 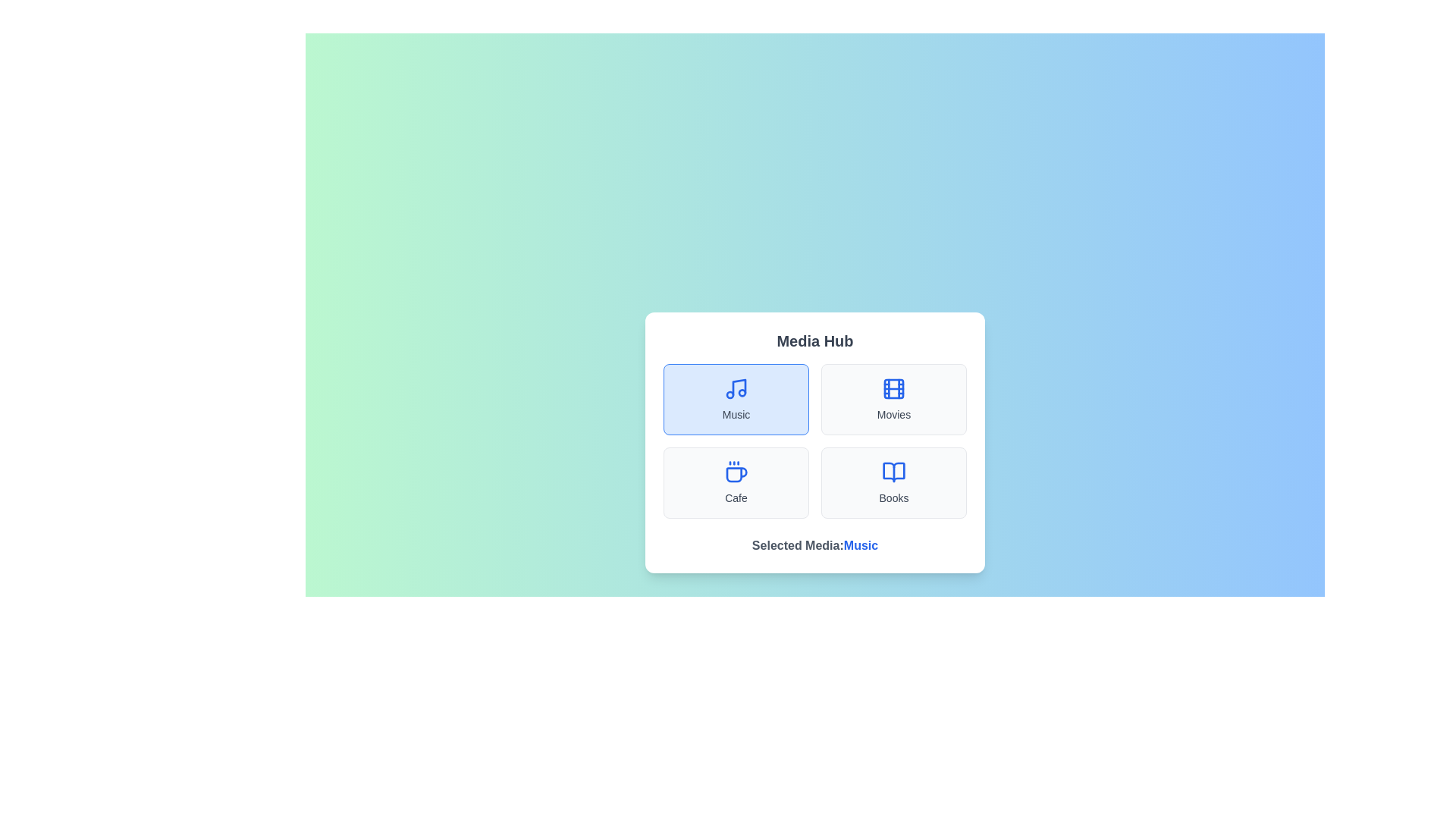 What do you see at coordinates (861, 544) in the screenshot?
I see `the text content of the element displaying the selected item` at bounding box center [861, 544].